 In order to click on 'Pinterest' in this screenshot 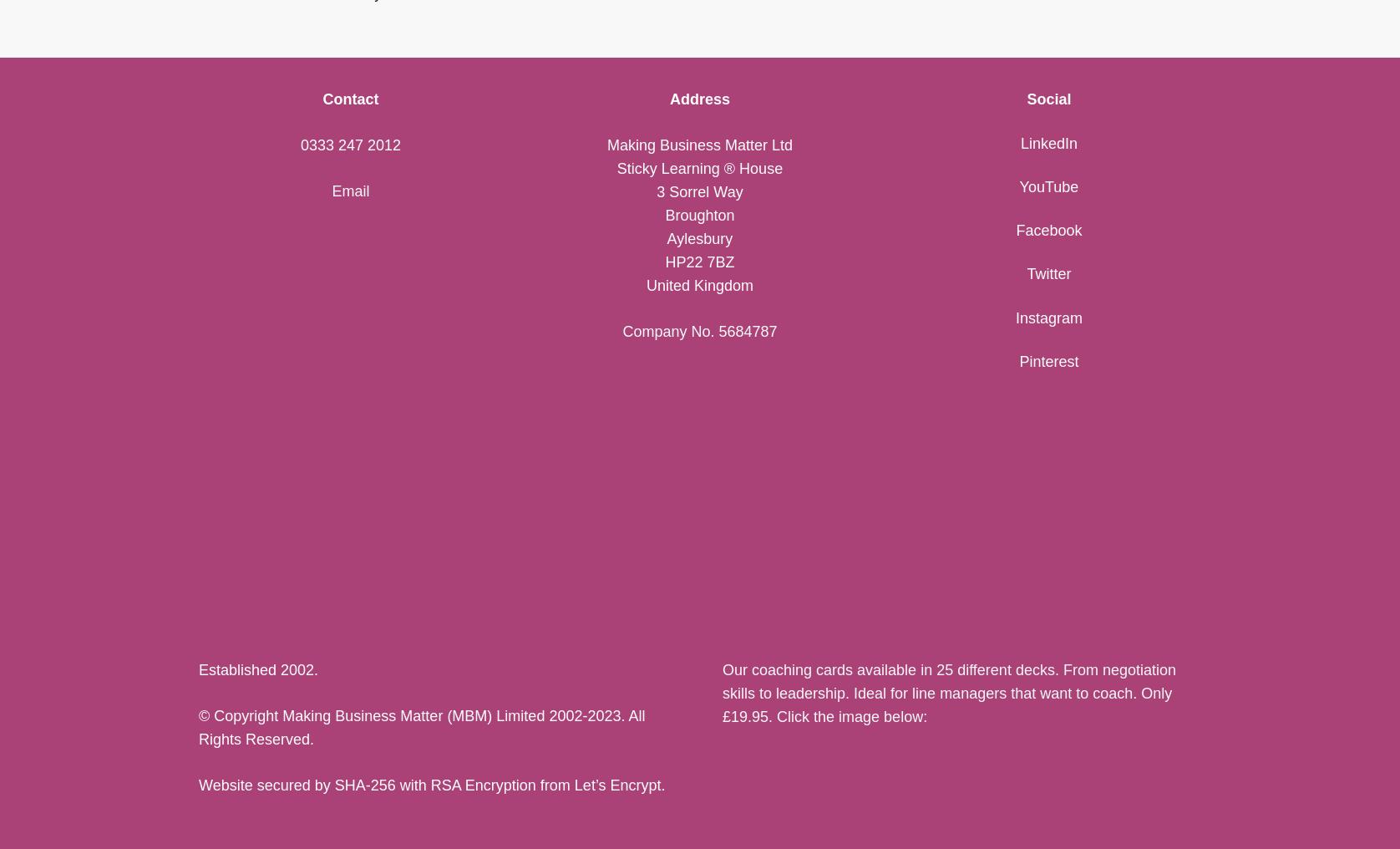, I will do `click(1047, 360)`.